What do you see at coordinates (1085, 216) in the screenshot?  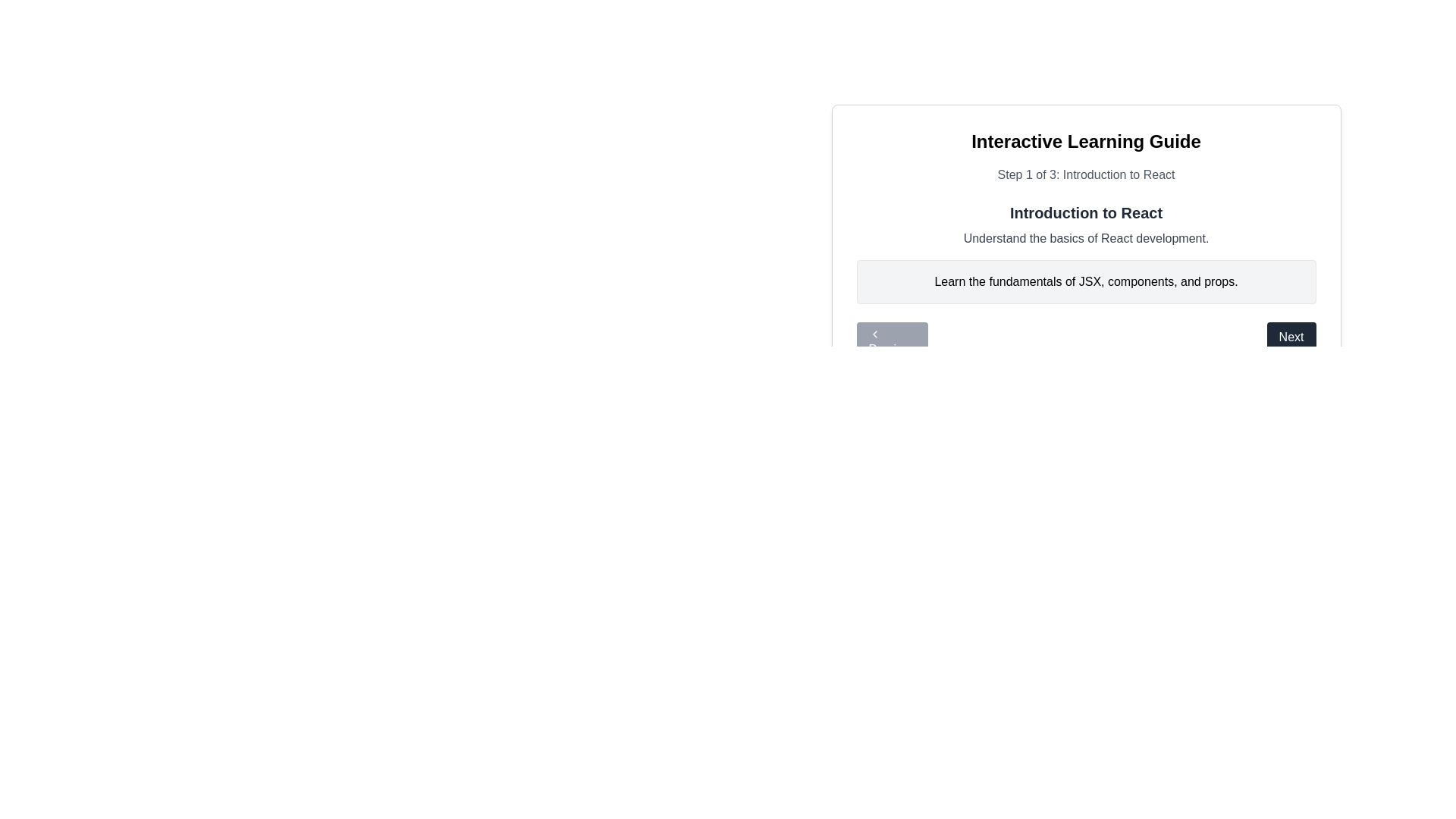 I see `the 'Interactive Learning Guide' interface, which displays the title 'Introduction to React' and step information 'Step 1 of 3: Introduction to React'` at bounding box center [1085, 216].